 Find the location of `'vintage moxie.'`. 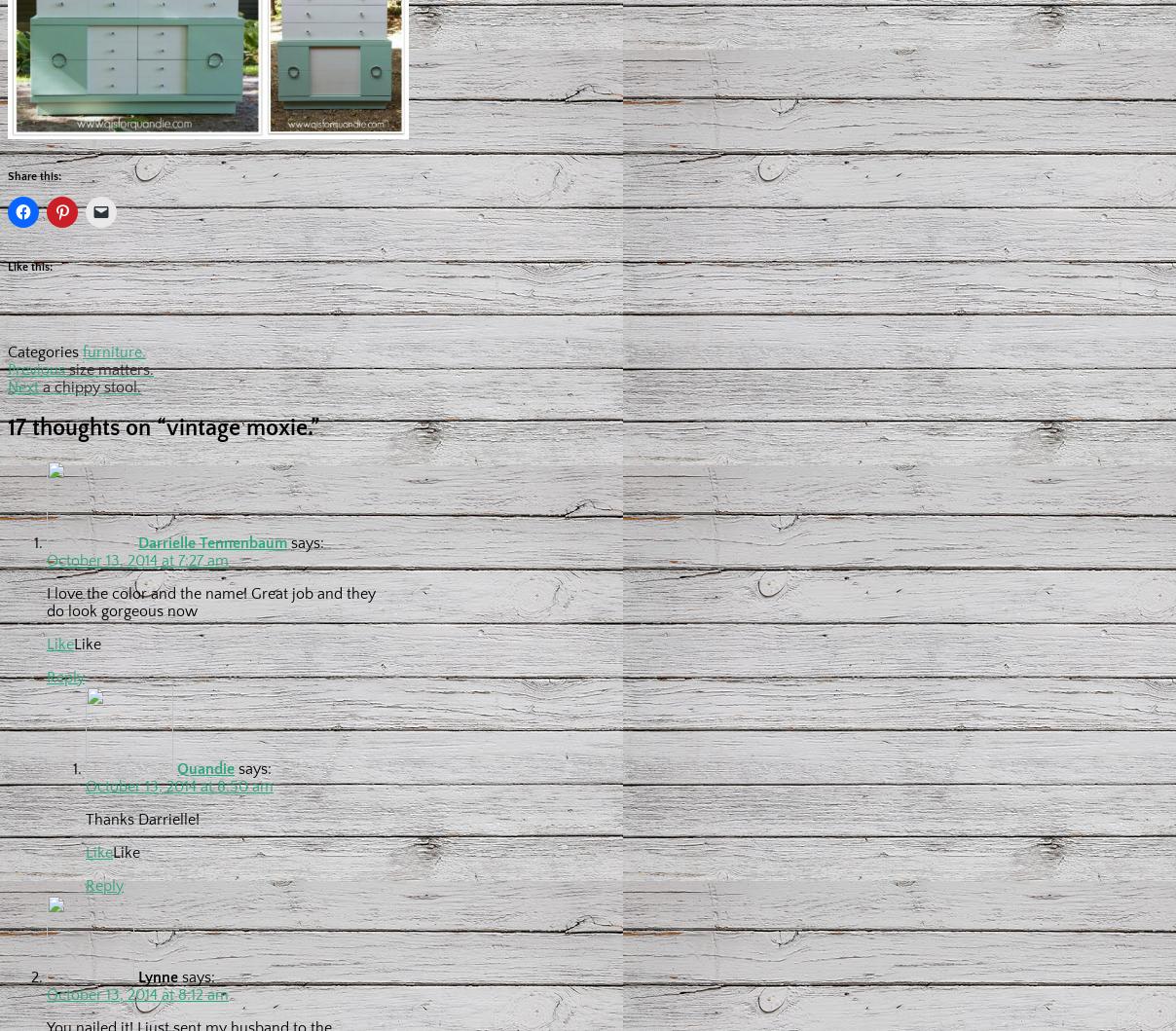

'vintage moxie.' is located at coordinates (166, 428).